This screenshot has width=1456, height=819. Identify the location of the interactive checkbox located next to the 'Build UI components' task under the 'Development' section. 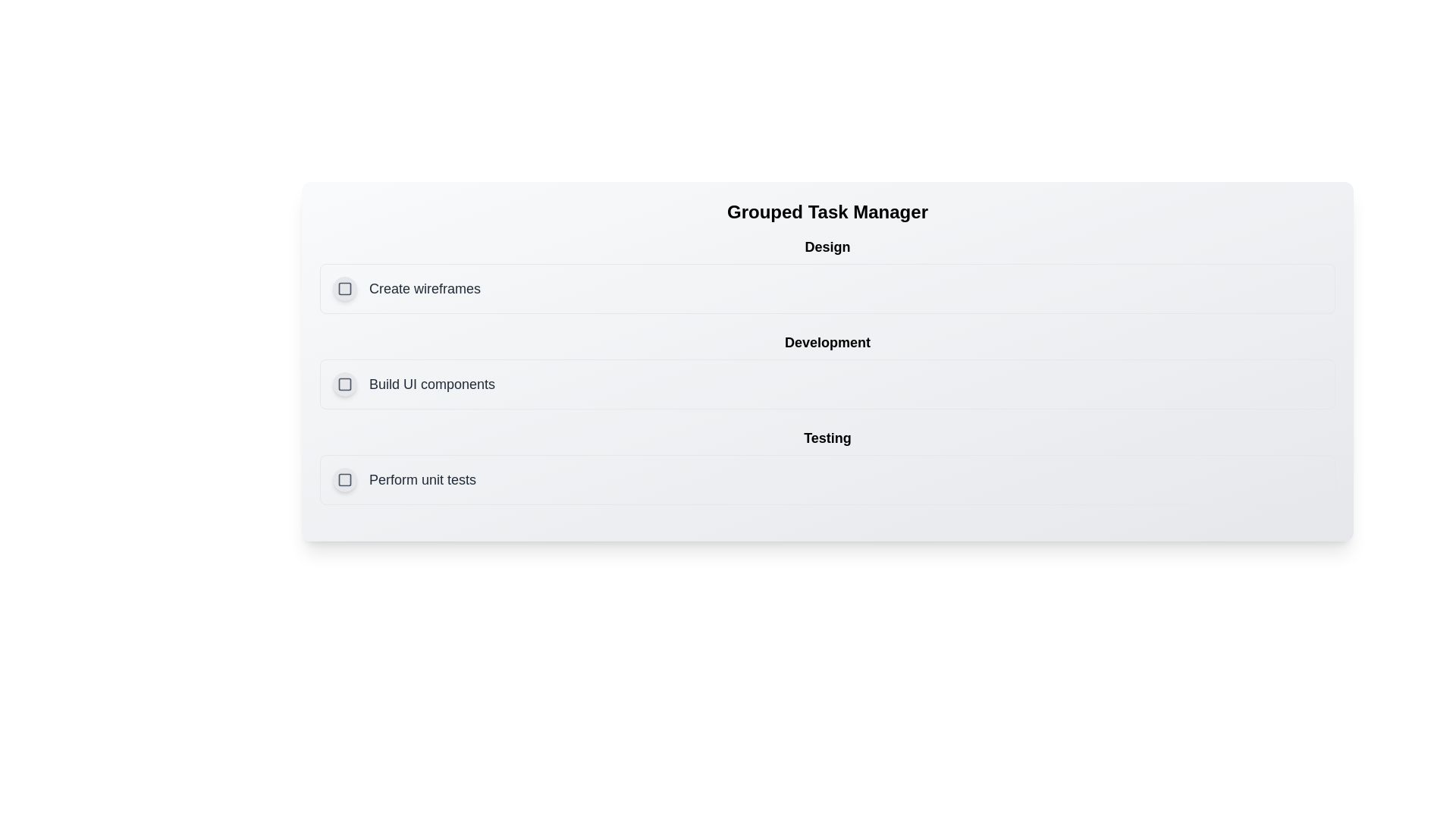
(344, 383).